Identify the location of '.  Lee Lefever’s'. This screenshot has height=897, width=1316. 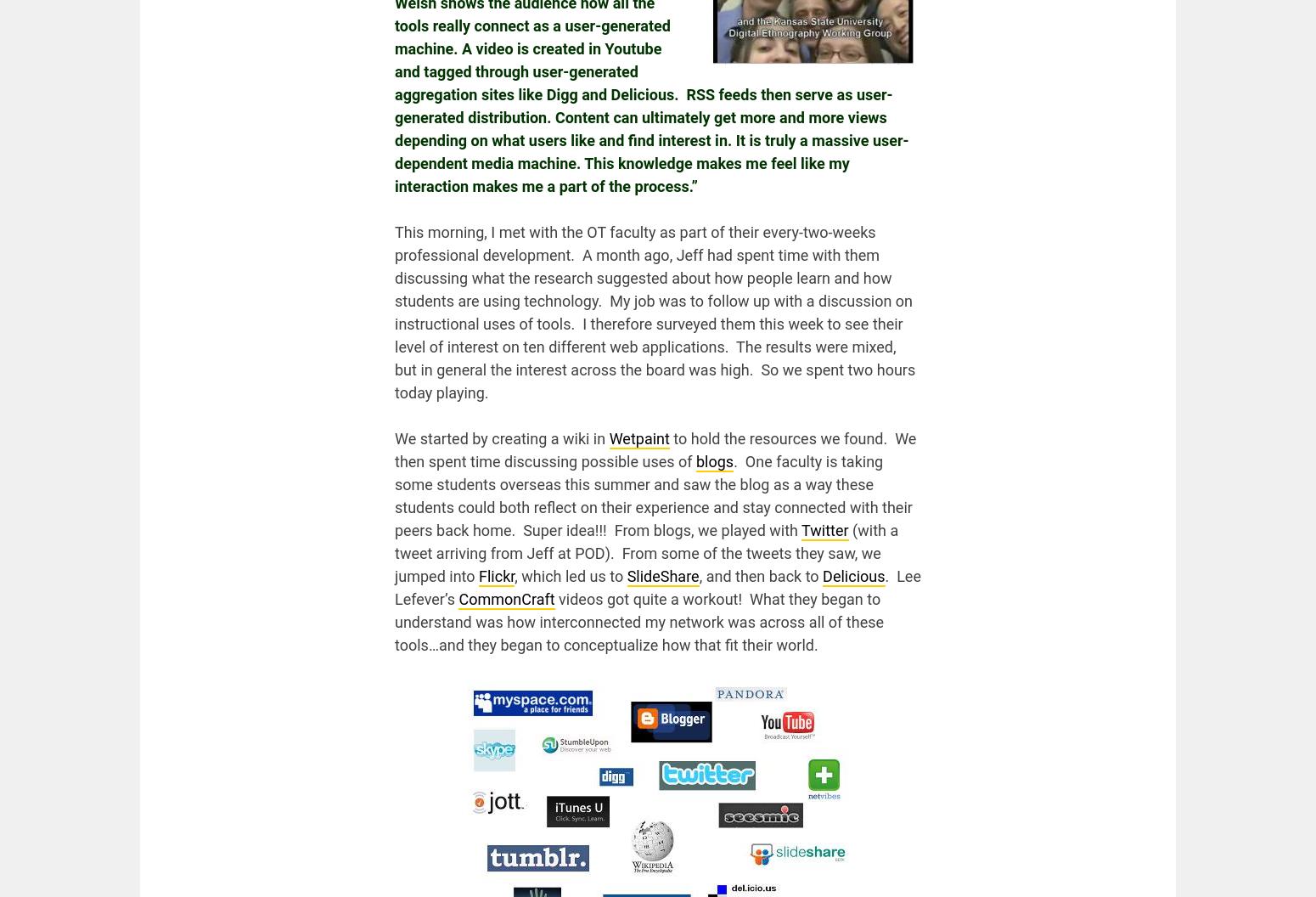
(657, 587).